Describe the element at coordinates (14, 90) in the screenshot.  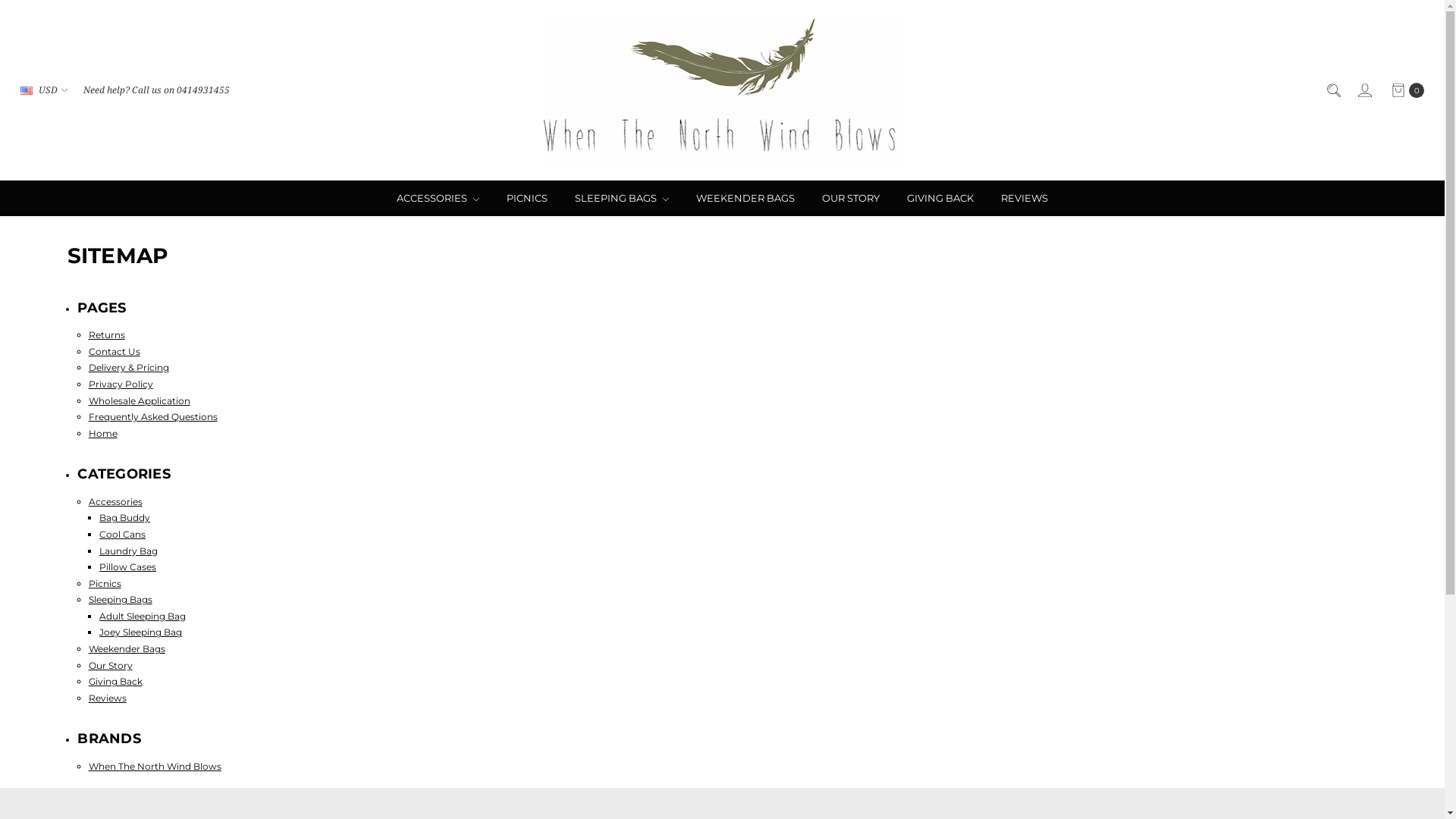
I see `'USD'` at that location.